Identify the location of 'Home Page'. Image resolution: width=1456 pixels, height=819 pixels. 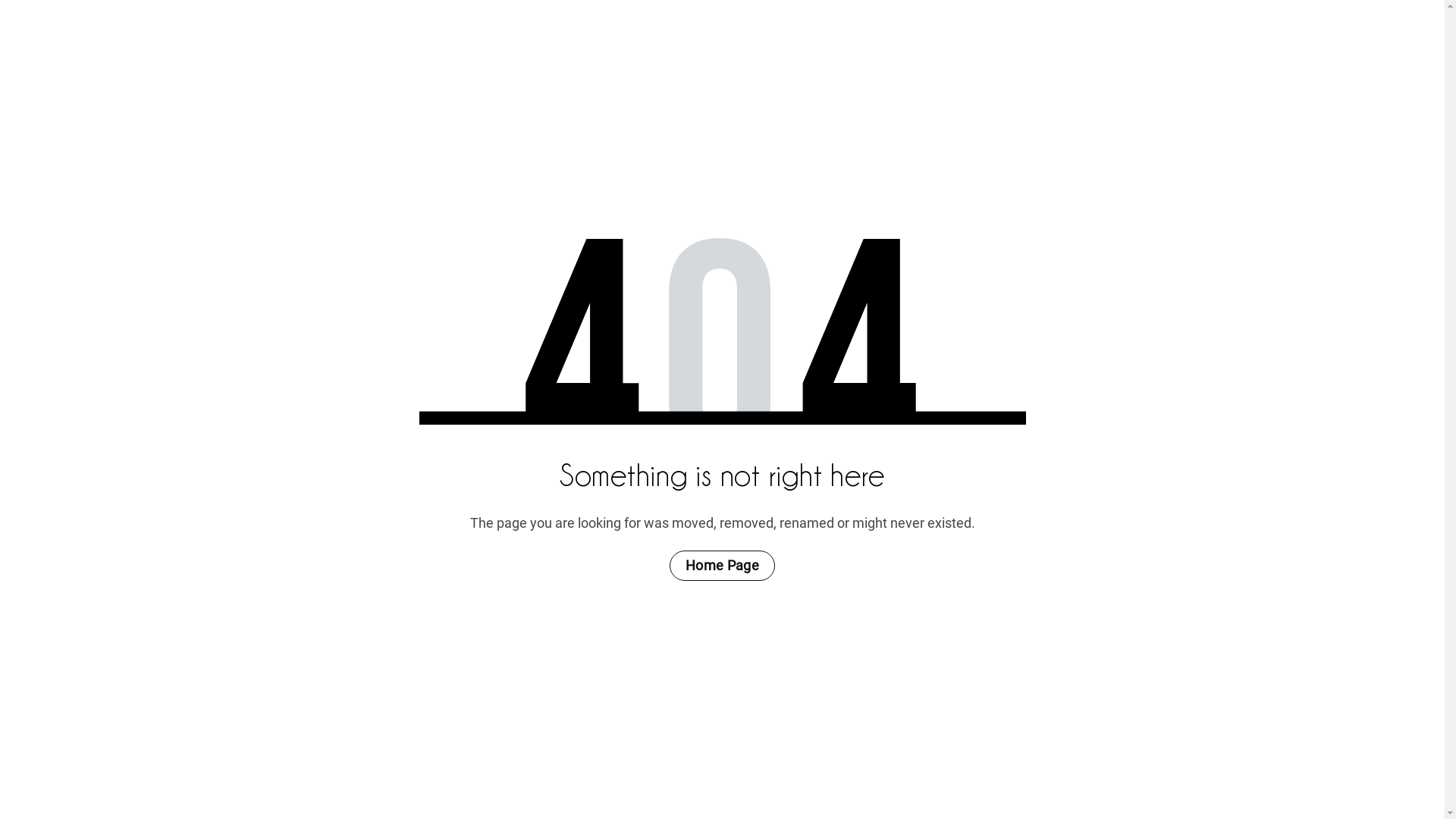
(721, 565).